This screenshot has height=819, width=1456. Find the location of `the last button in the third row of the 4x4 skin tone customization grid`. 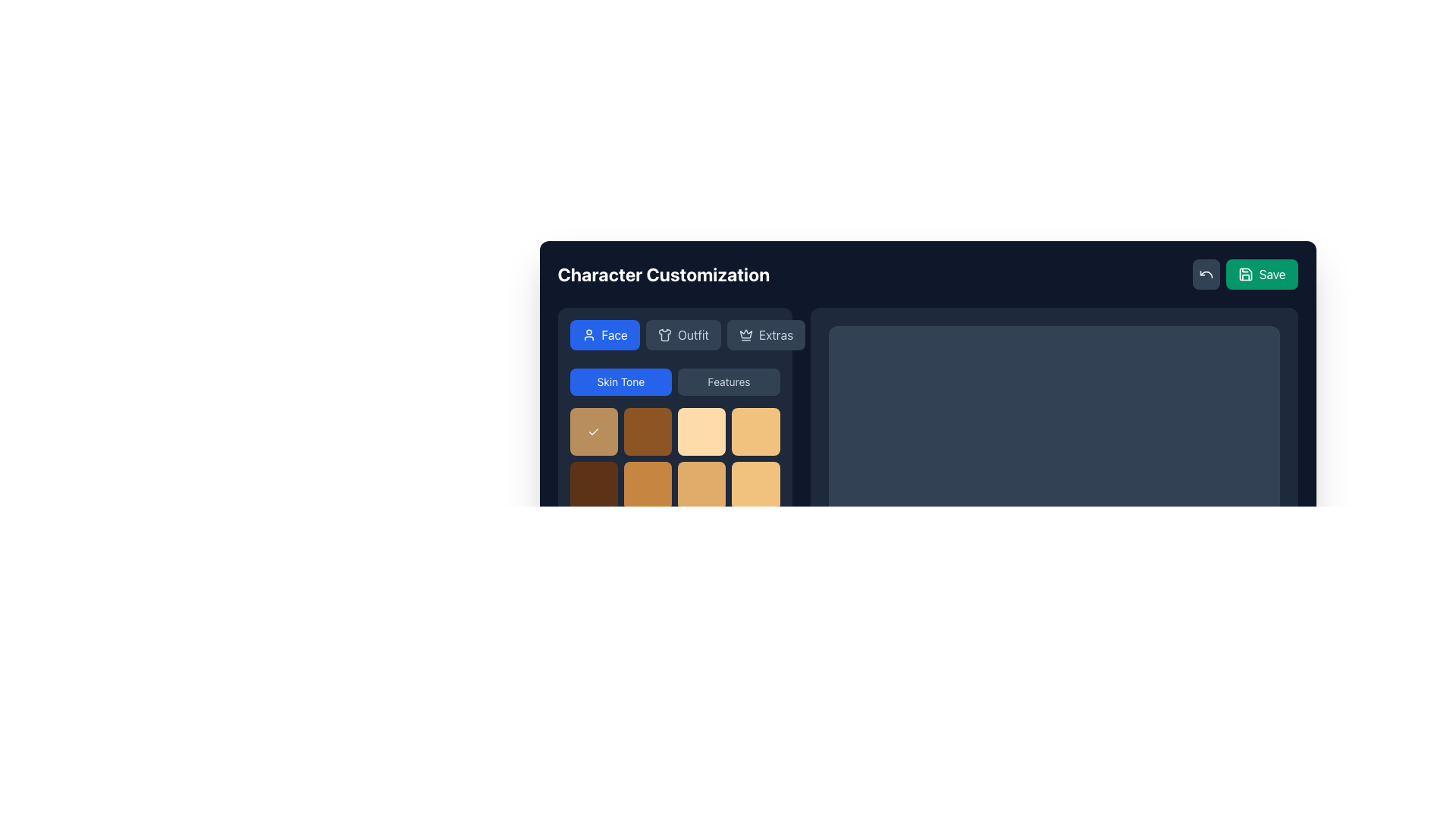

the last button in the third row of the 4x4 skin tone customization grid is located at coordinates (701, 485).